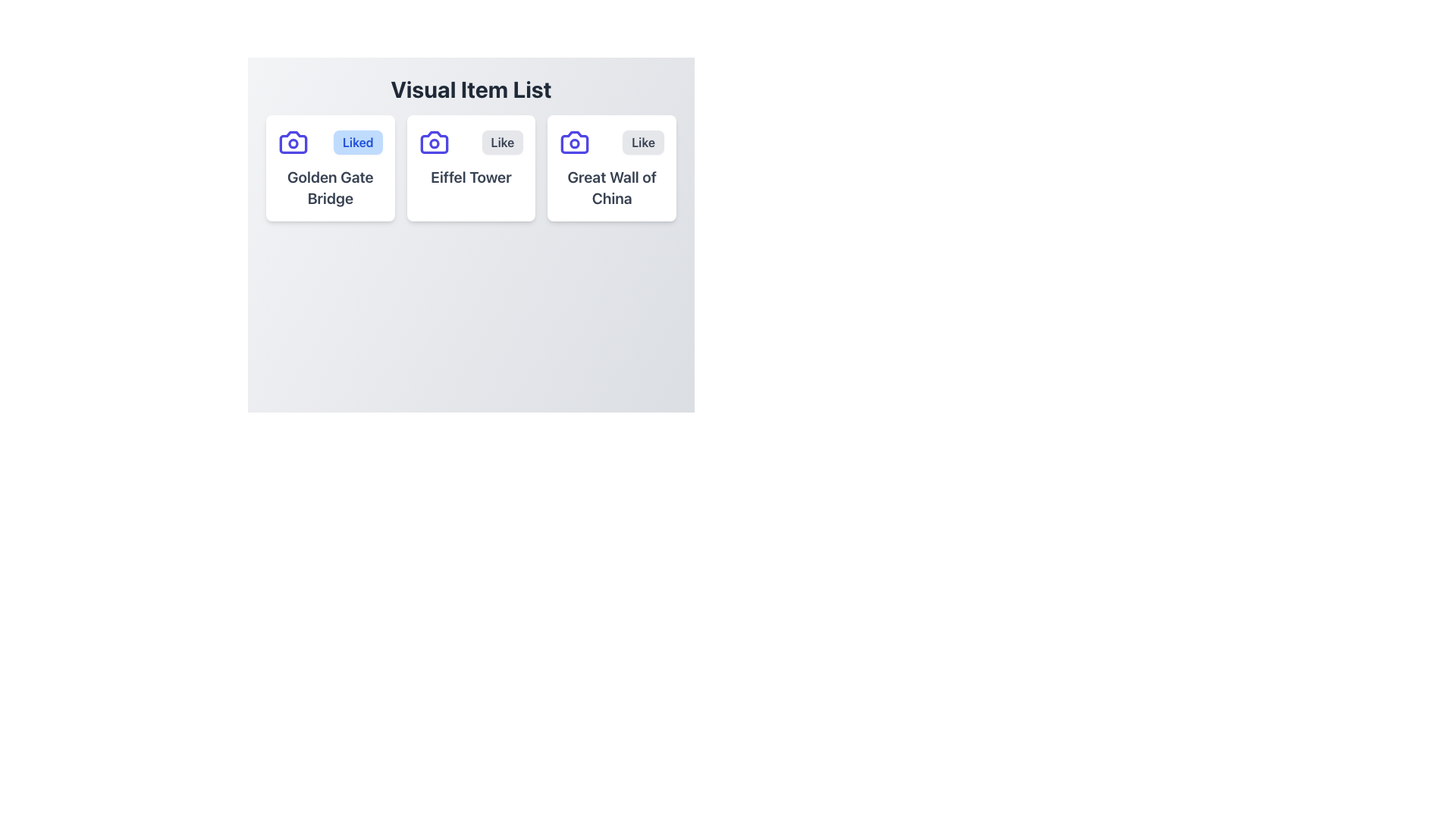 The width and height of the screenshot is (1456, 819). Describe the element at coordinates (643, 143) in the screenshot. I see `the 'Like' button, which is a compact rectangular UI component with rounded corners, located at the top-right corner of the third item in the 'Visual Item List', to like the item` at that location.